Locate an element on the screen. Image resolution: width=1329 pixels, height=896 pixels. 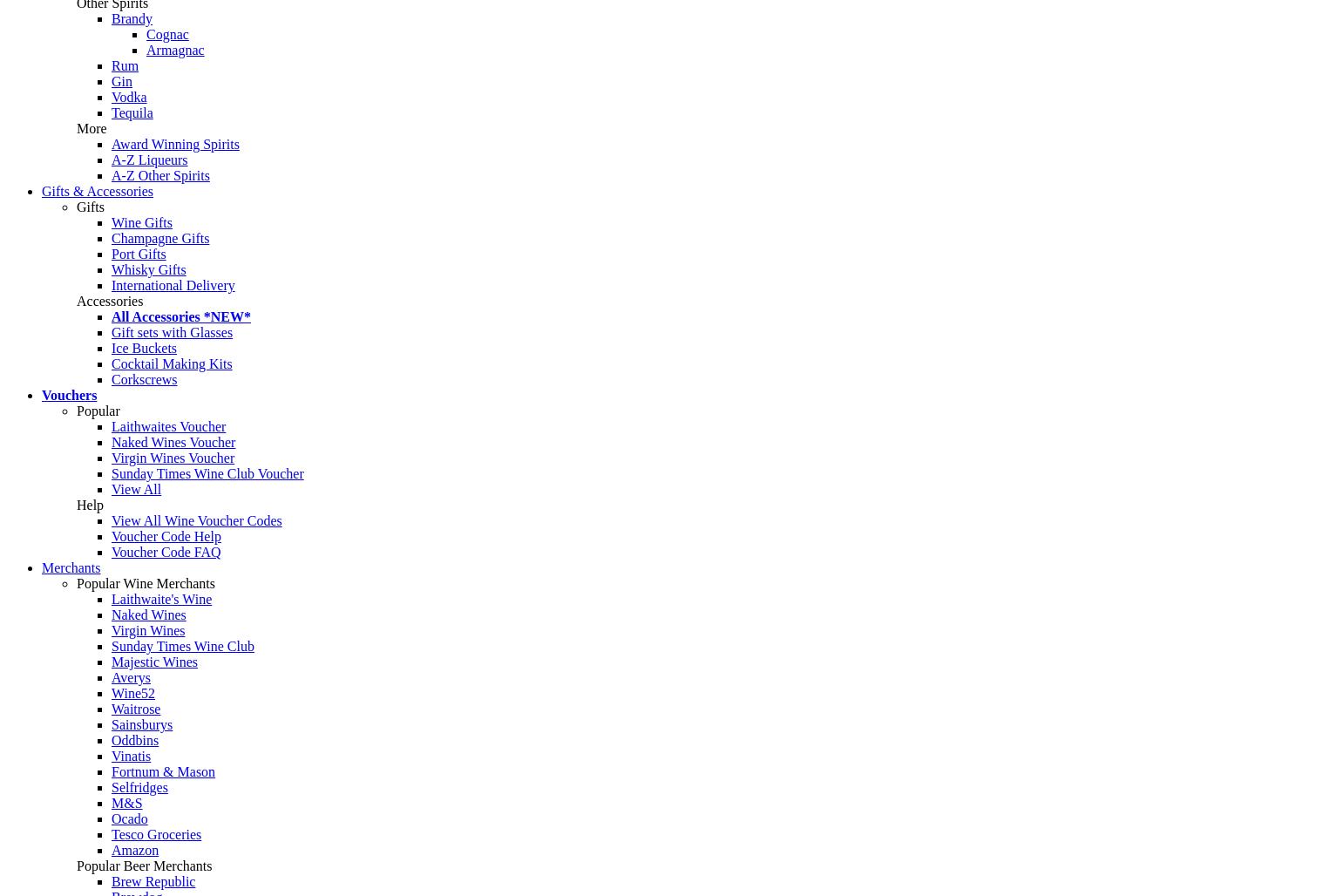
'Gifts & Accessories' is located at coordinates (97, 190).